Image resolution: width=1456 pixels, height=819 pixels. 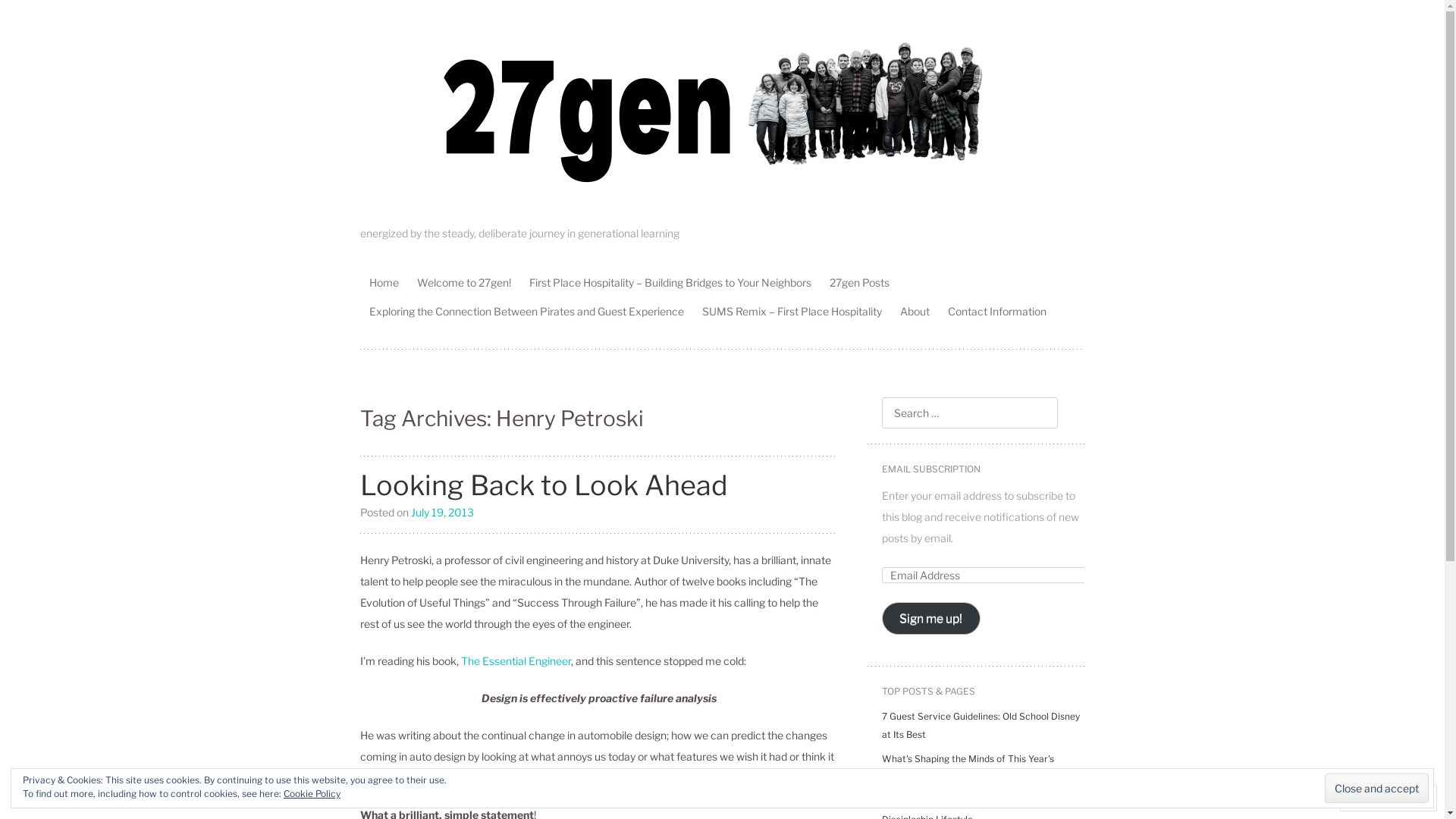 What do you see at coordinates (544, 485) in the screenshot?
I see `'Looking Back to Look Ahead'` at bounding box center [544, 485].